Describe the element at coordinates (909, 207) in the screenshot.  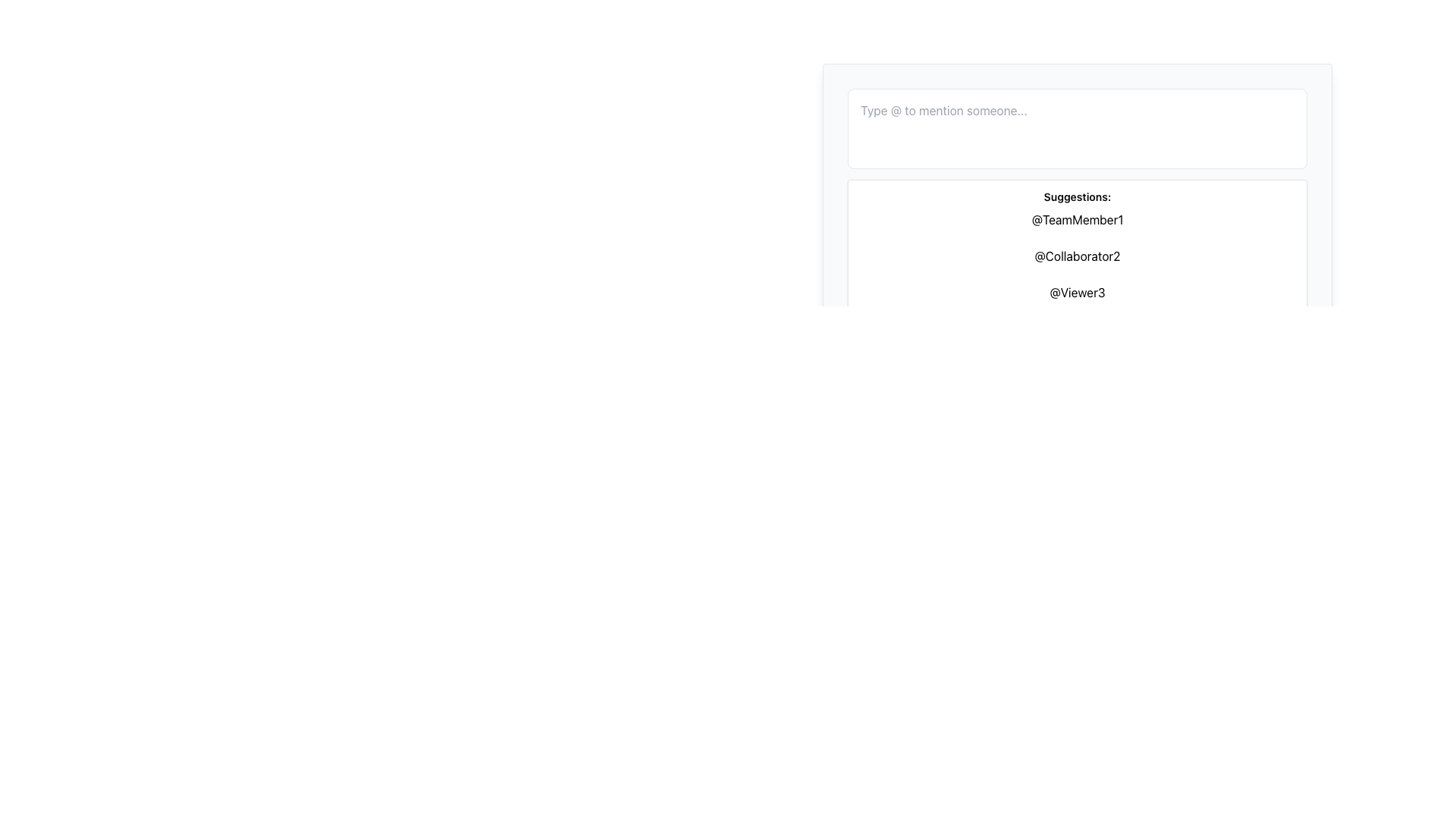
I see `the clear mentions button located on the left side of the horizontally laid-out section, which is the first item before the blue 'Post' button` at that location.